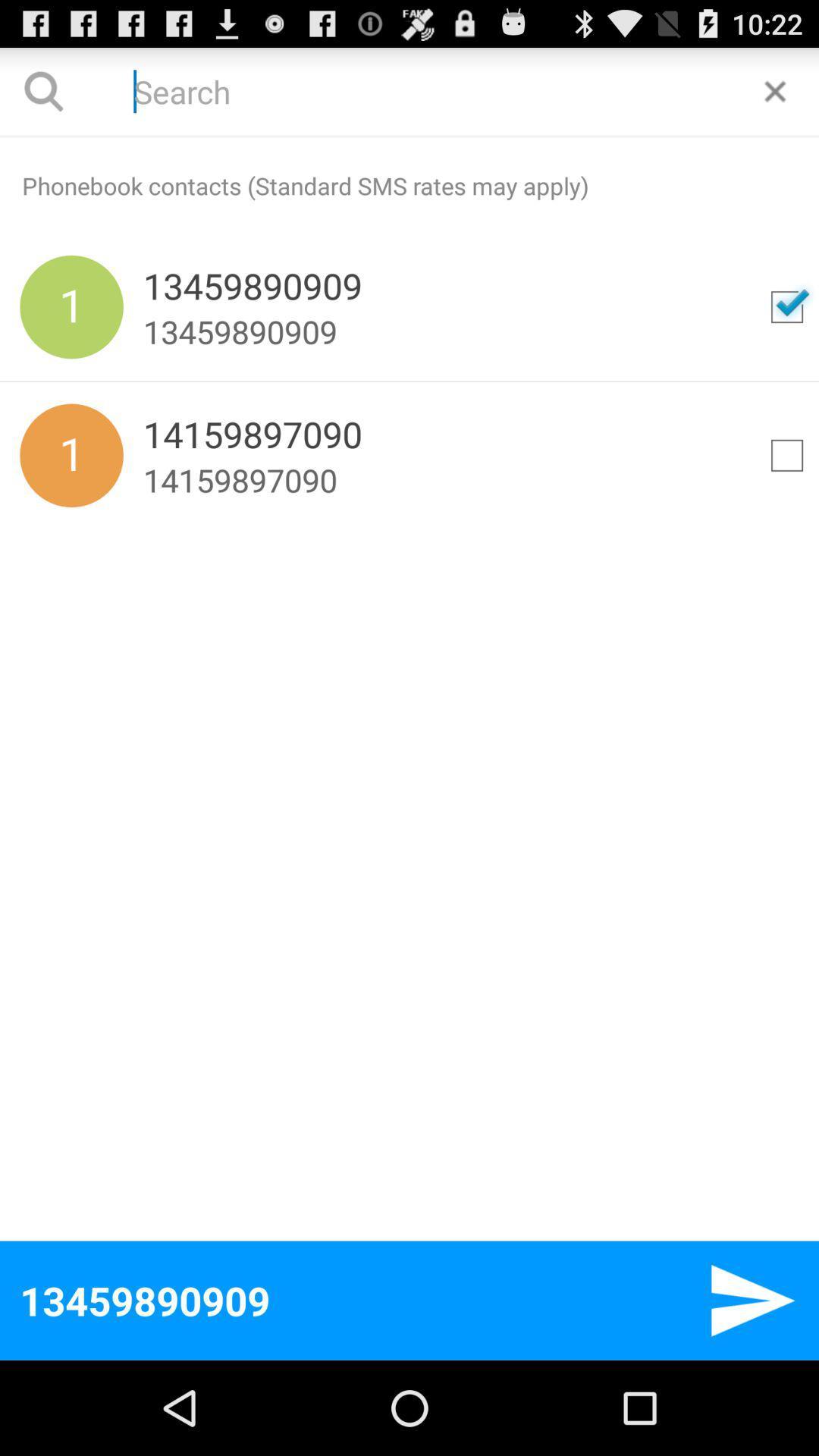 This screenshot has height=1456, width=819. I want to click on contacts button, so click(786, 454).